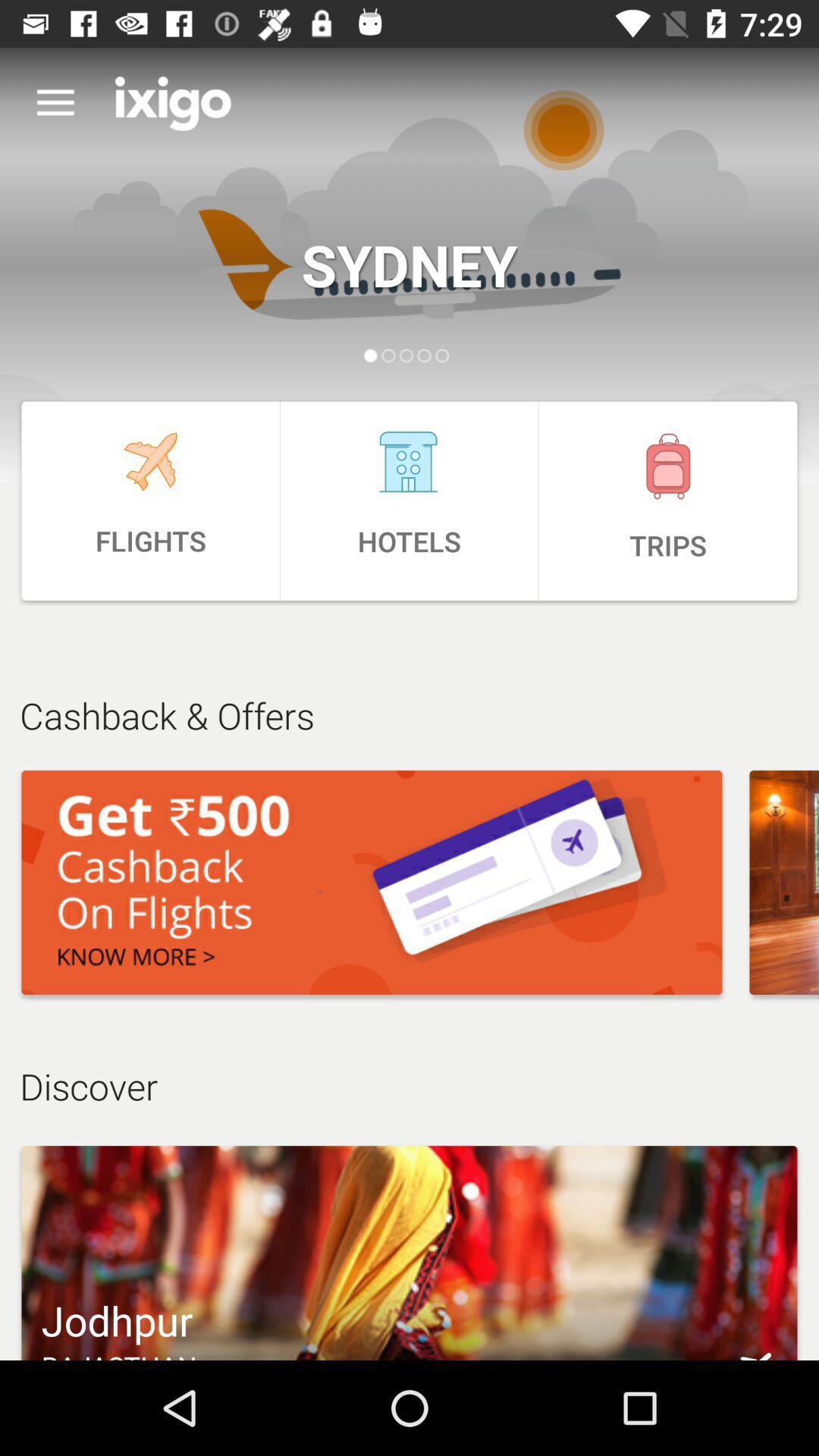 The image size is (819, 1456). Describe the element at coordinates (667, 500) in the screenshot. I see `the icon above the cashback & offers item` at that location.